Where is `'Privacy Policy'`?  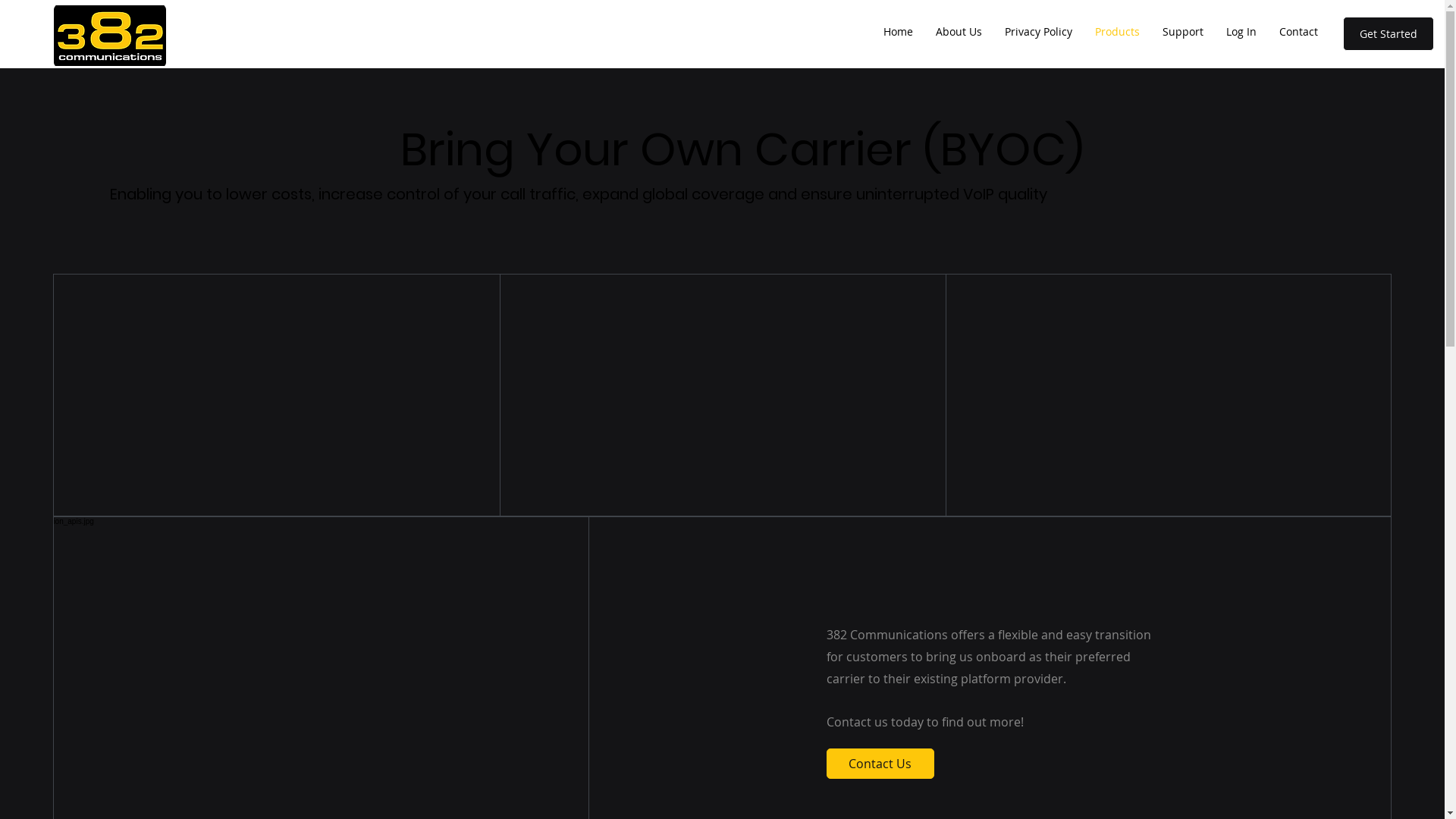
'Privacy Policy' is located at coordinates (993, 32).